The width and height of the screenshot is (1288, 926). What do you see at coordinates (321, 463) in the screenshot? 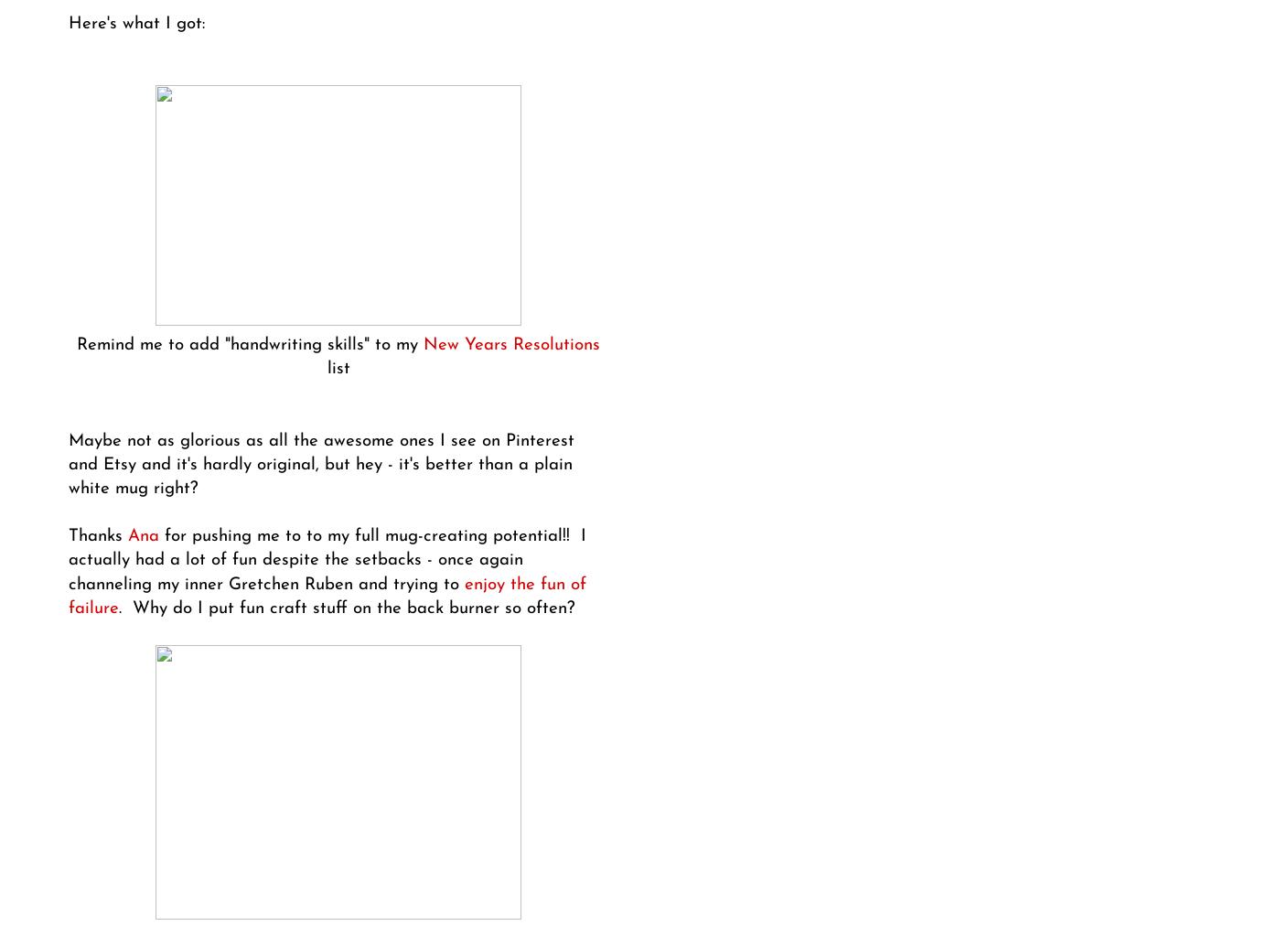
I see `'Maybe not as glorious as all the awesome ones I see on Pinterest and Etsy and it's hardly original, but hey - it's better than a plain white mug right?'` at bounding box center [321, 463].